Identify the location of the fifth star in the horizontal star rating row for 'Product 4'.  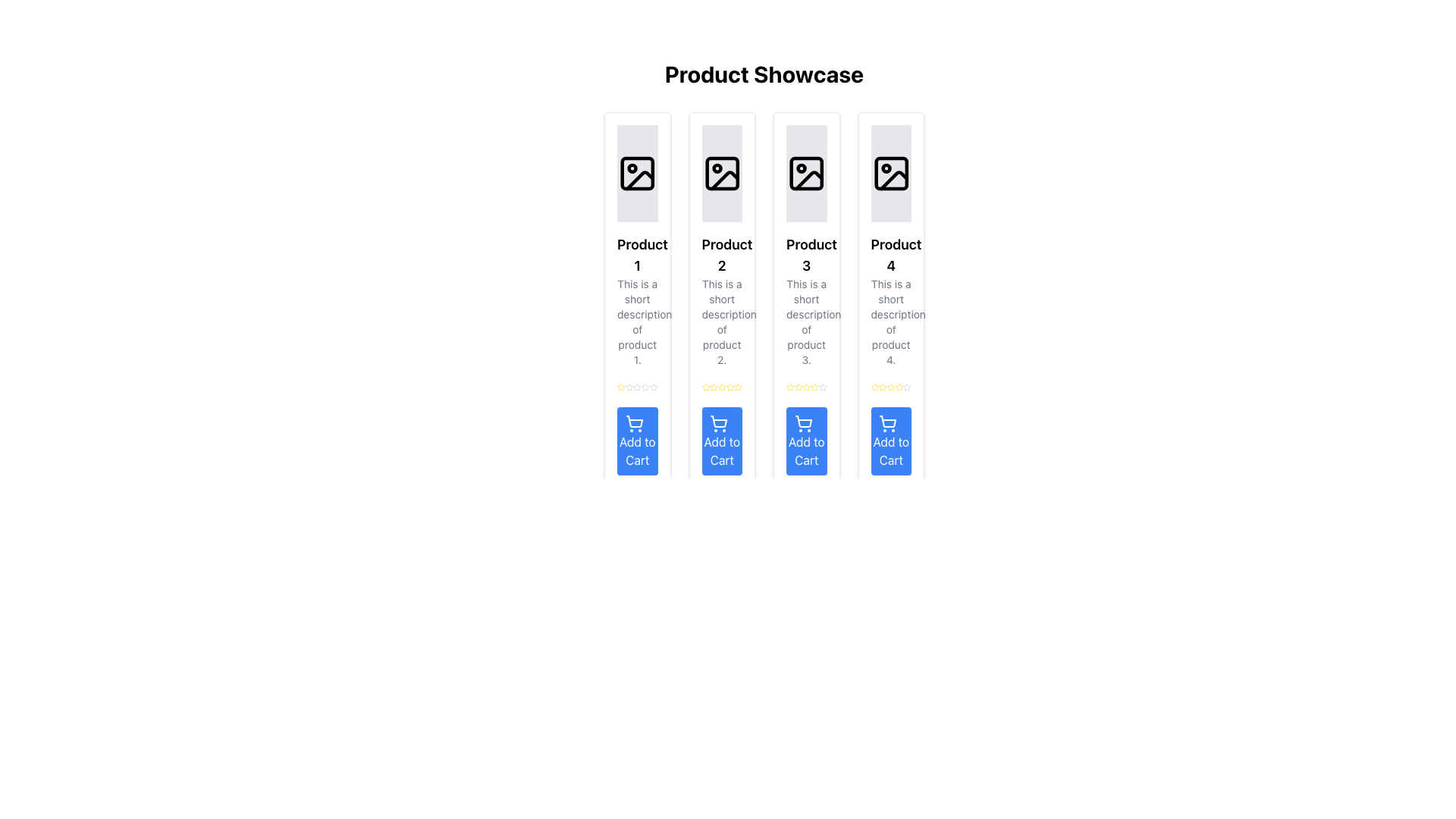
(907, 386).